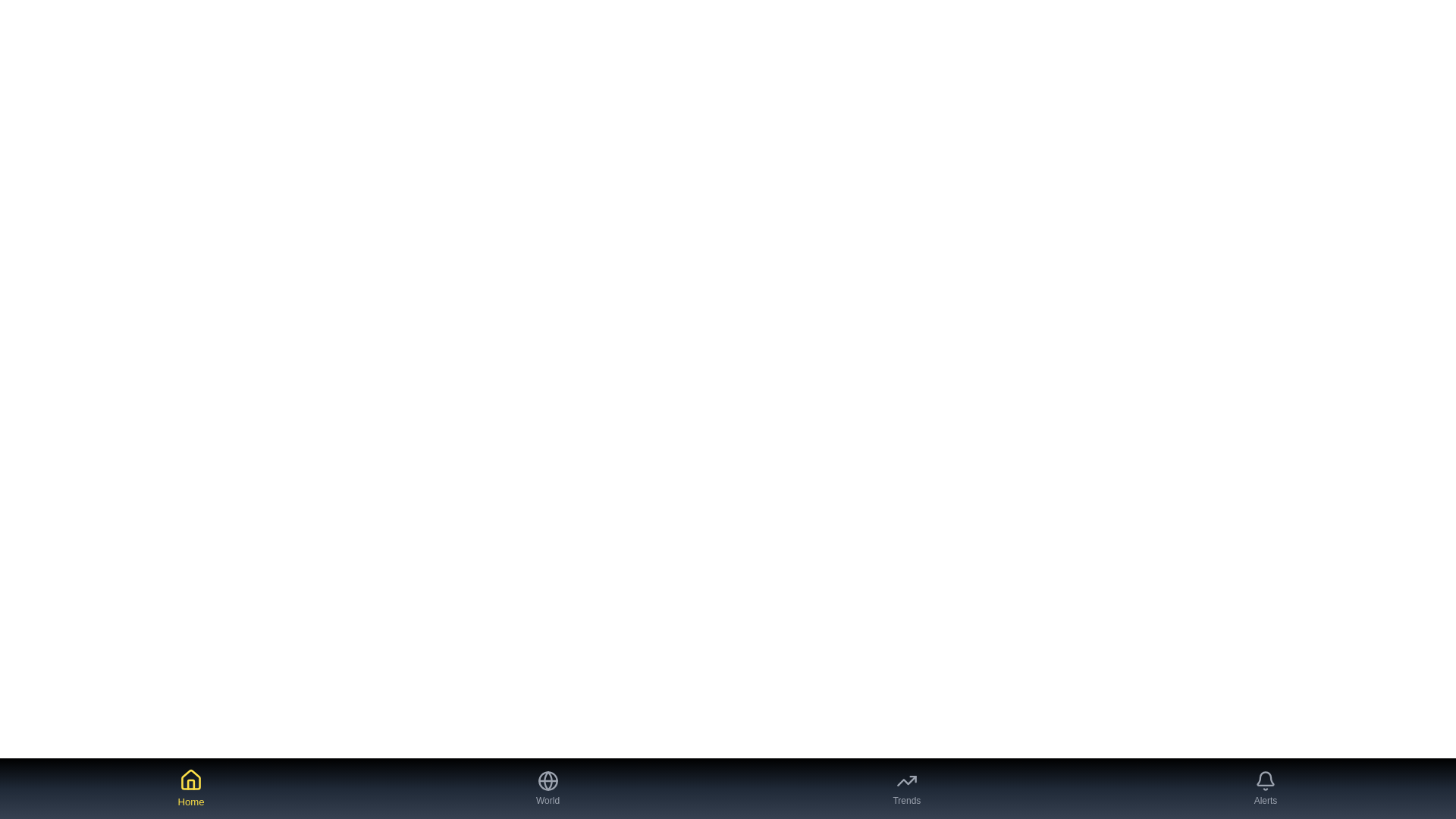  What do you see at coordinates (190, 788) in the screenshot?
I see `the Home tab to inspect its visual feedback` at bounding box center [190, 788].